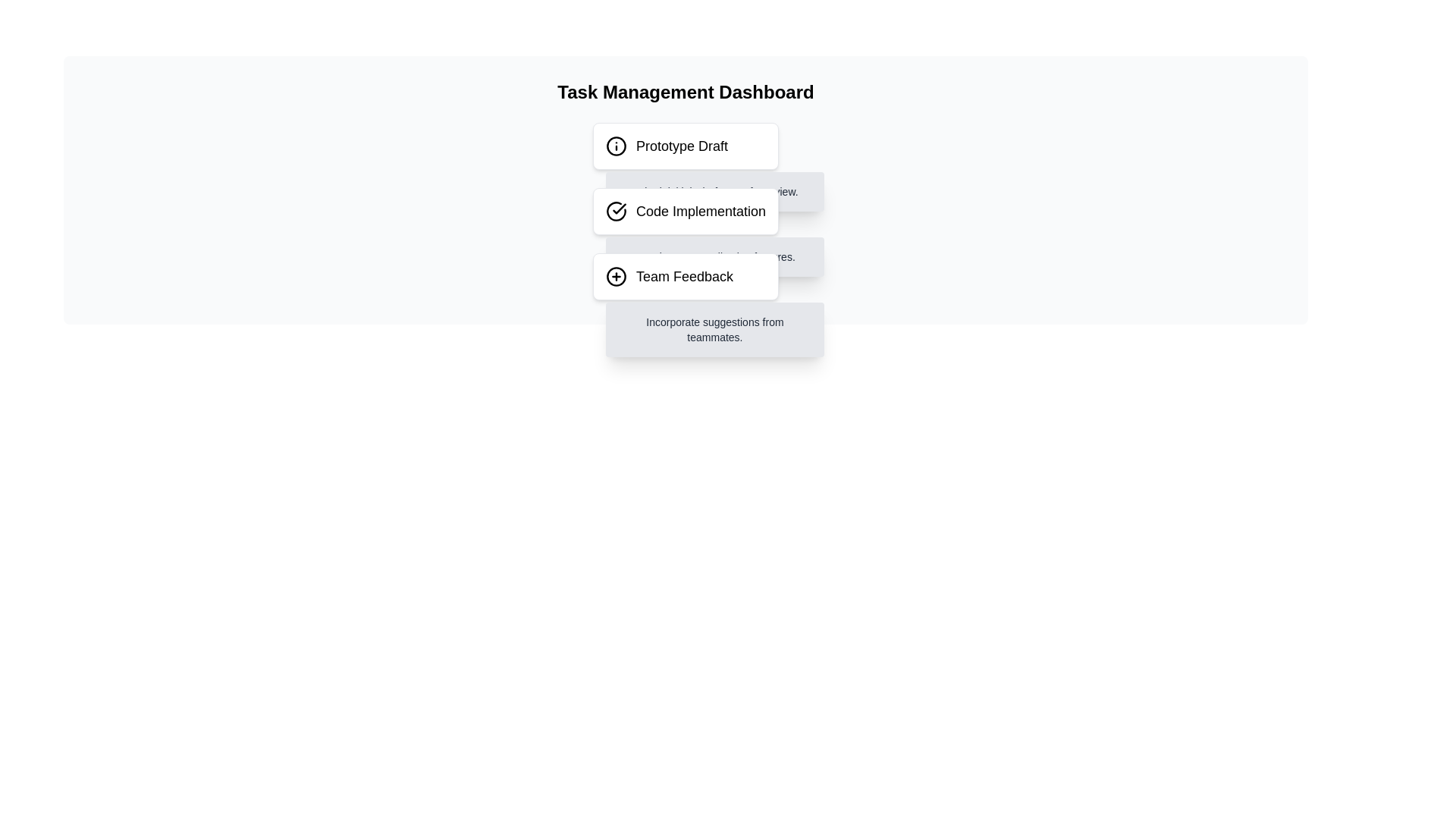 The width and height of the screenshot is (1456, 819). I want to click on the interactive button located to the left of the 'Team Feedback' text in the third card down, so click(616, 277).